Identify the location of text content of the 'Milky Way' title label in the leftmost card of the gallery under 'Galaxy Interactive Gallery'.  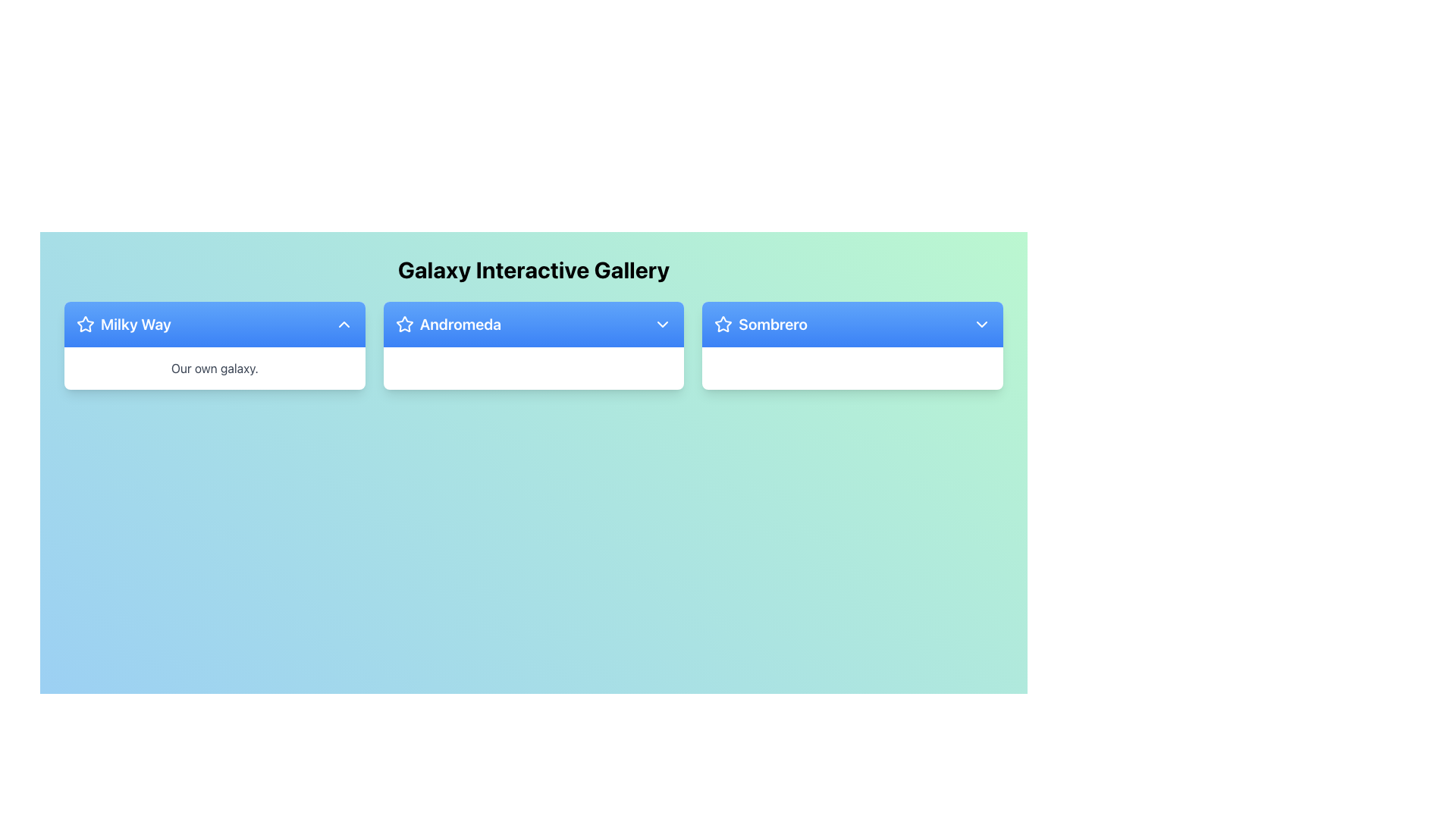
(124, 324).